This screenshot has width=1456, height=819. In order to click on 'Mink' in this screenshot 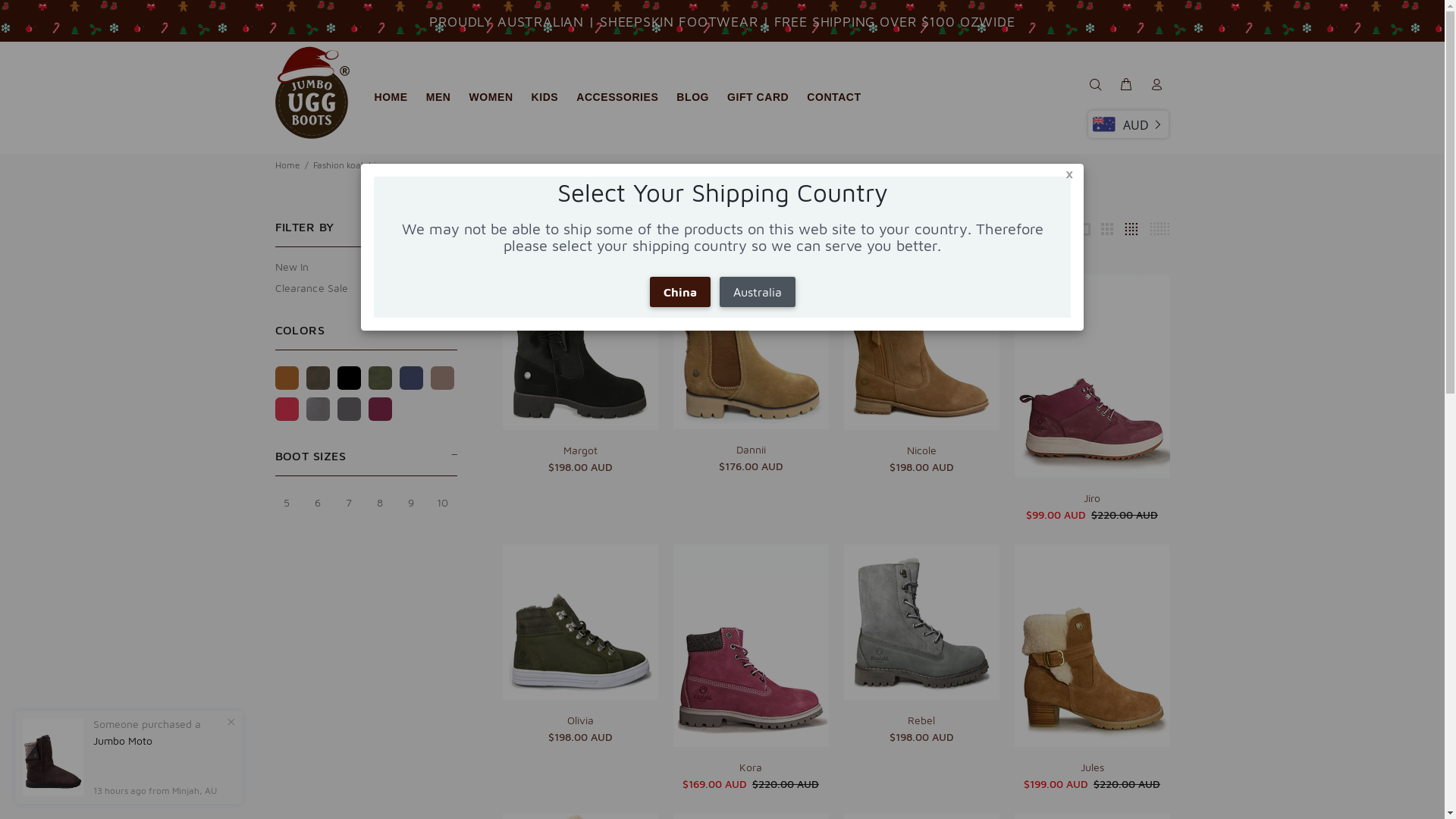, I will do `click(441, 376)`.